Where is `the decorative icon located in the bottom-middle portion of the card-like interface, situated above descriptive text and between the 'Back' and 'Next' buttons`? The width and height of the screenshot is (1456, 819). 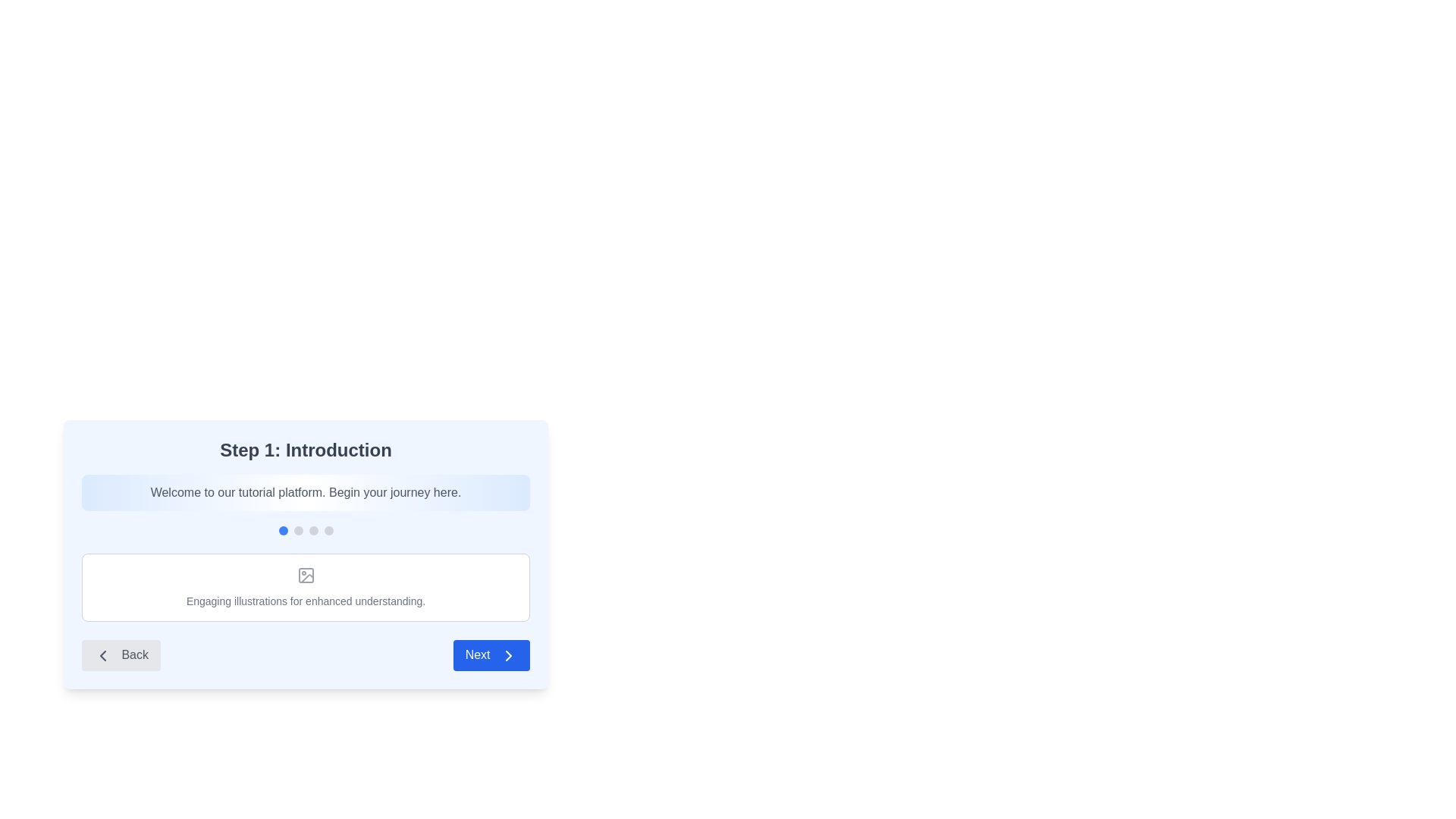
the decorative icon located in the bottom-middle portion of the card-like interface, situated above descriptive text and between the 'Back' and 'Next' buttons is located at coordinates (305, 576).